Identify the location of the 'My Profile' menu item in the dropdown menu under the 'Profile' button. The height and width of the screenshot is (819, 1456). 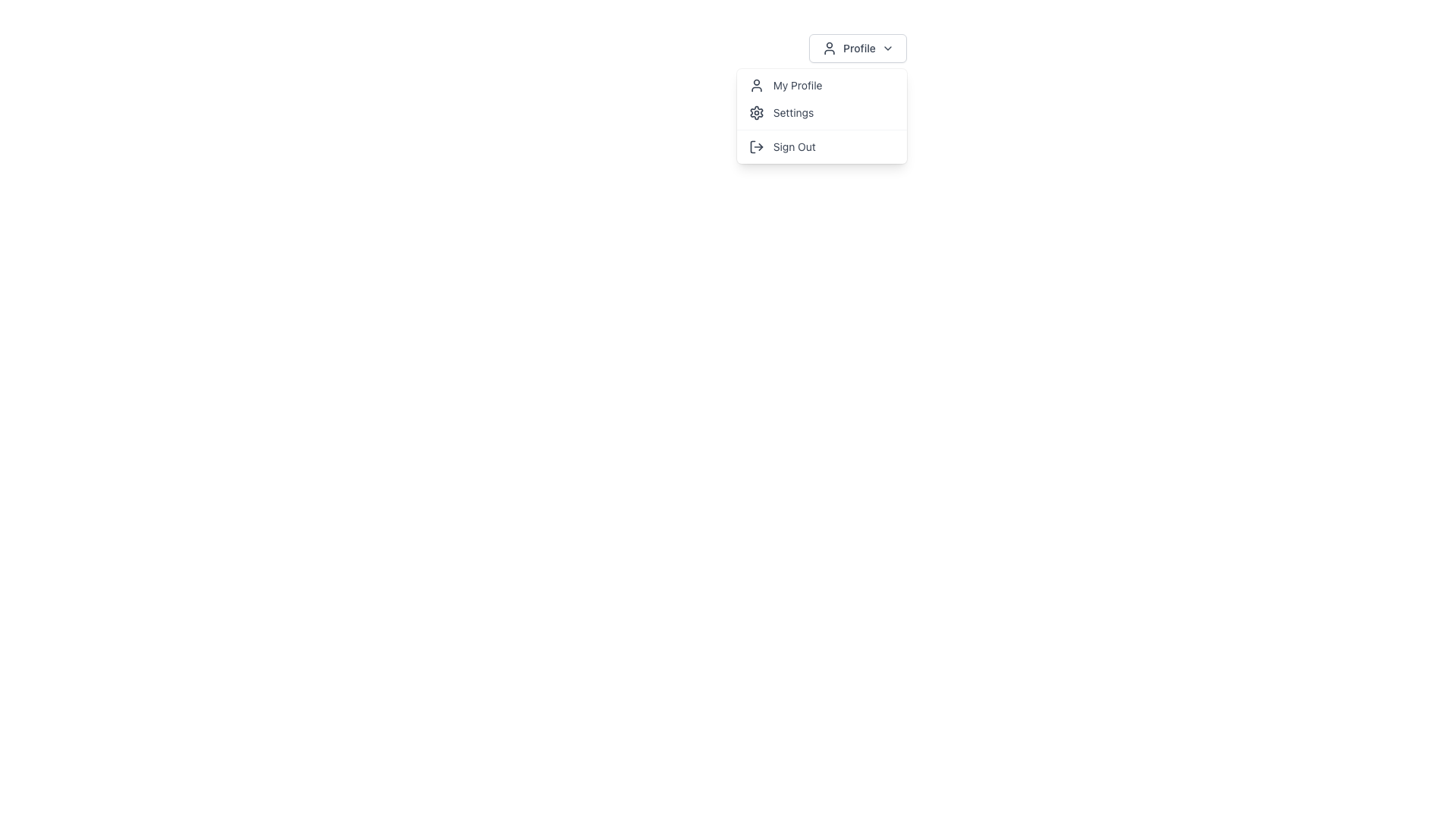
(821, 85).